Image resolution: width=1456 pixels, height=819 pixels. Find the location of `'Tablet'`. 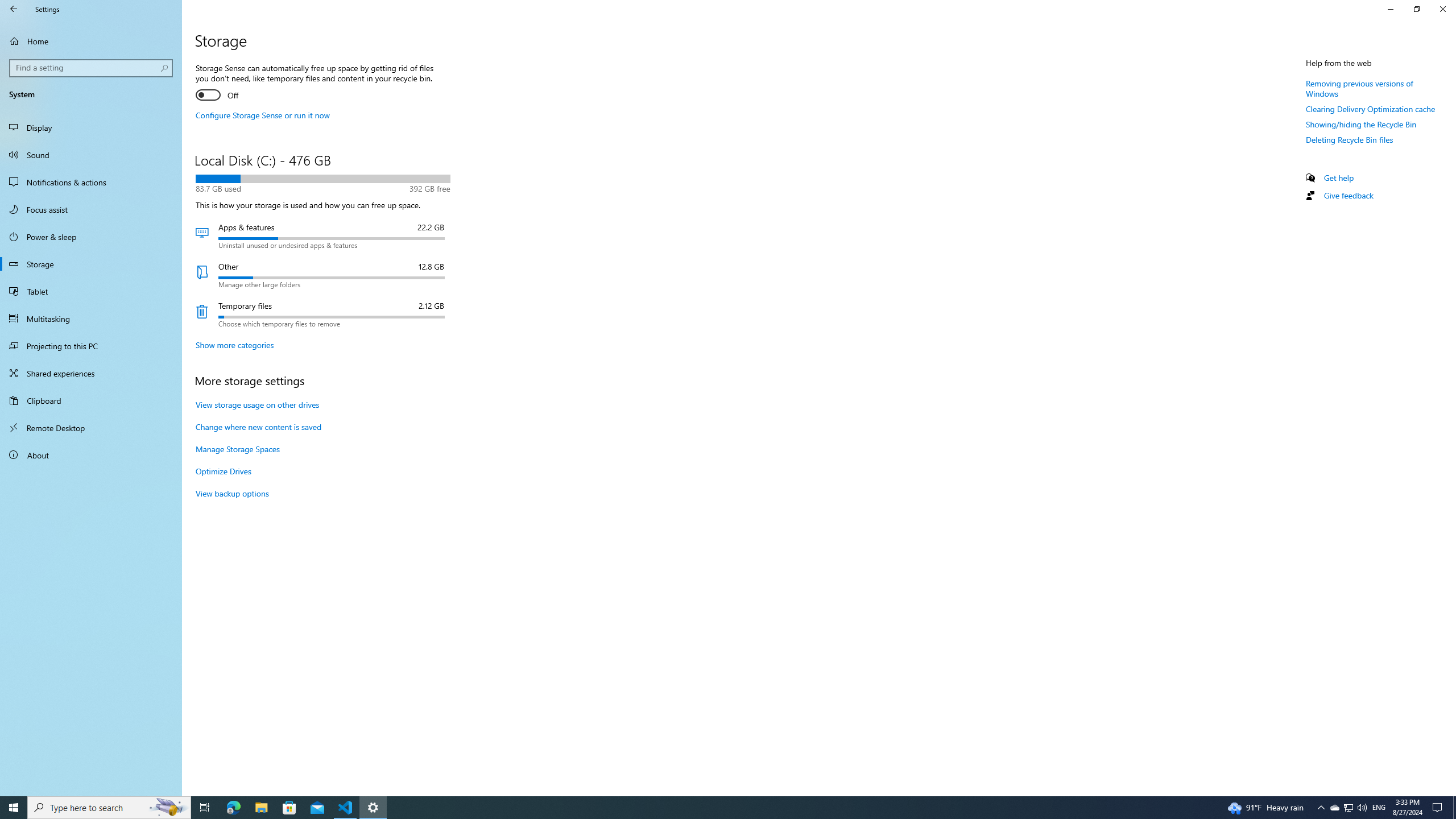

'Tablet' is located at coordinates (90, 290).